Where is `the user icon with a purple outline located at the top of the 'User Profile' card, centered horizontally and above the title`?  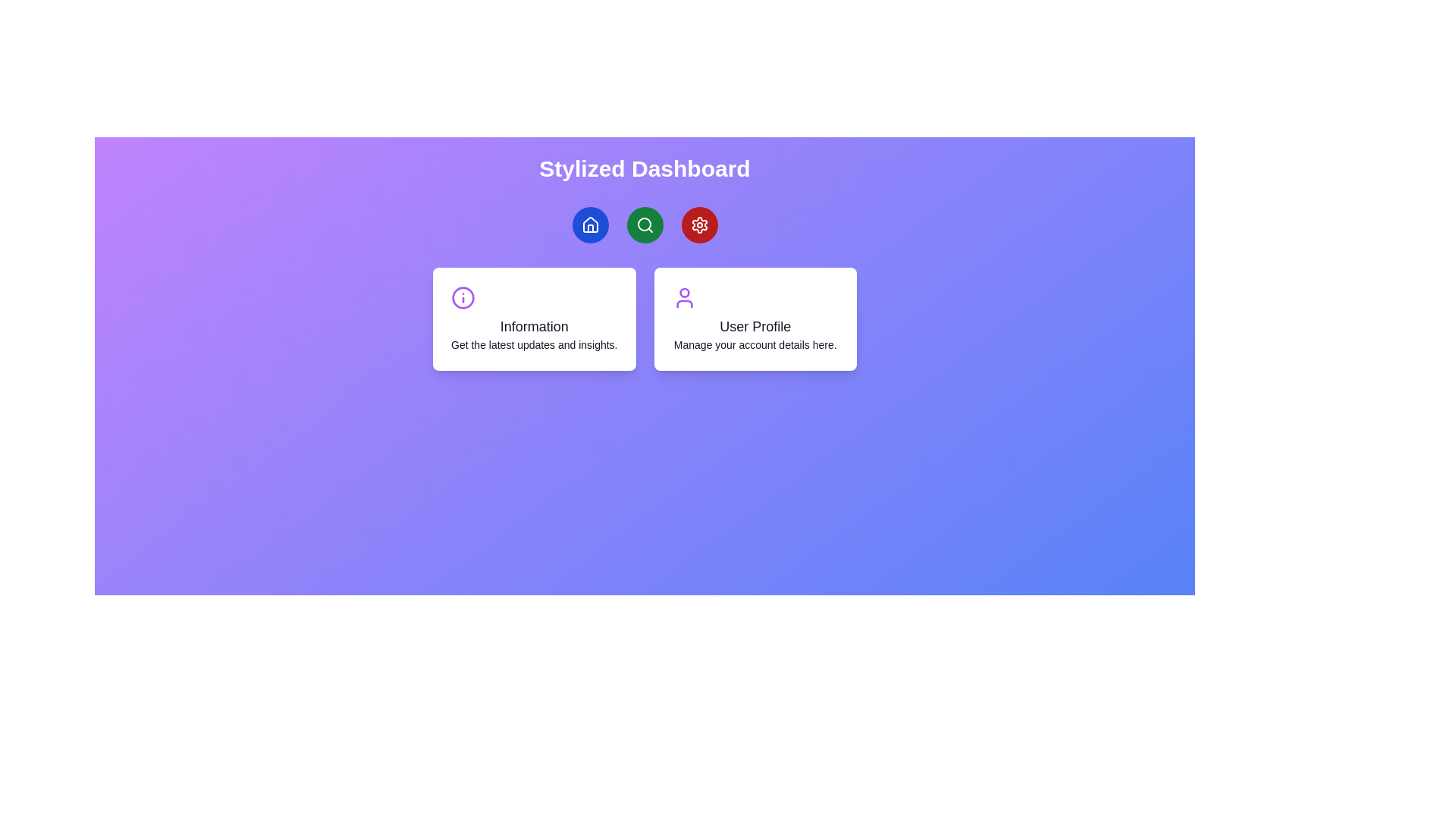
the user icon with a purple outline located at the top of the 'User Profile' card, centered horizontally and above the title is located at coordinates (683, 298).